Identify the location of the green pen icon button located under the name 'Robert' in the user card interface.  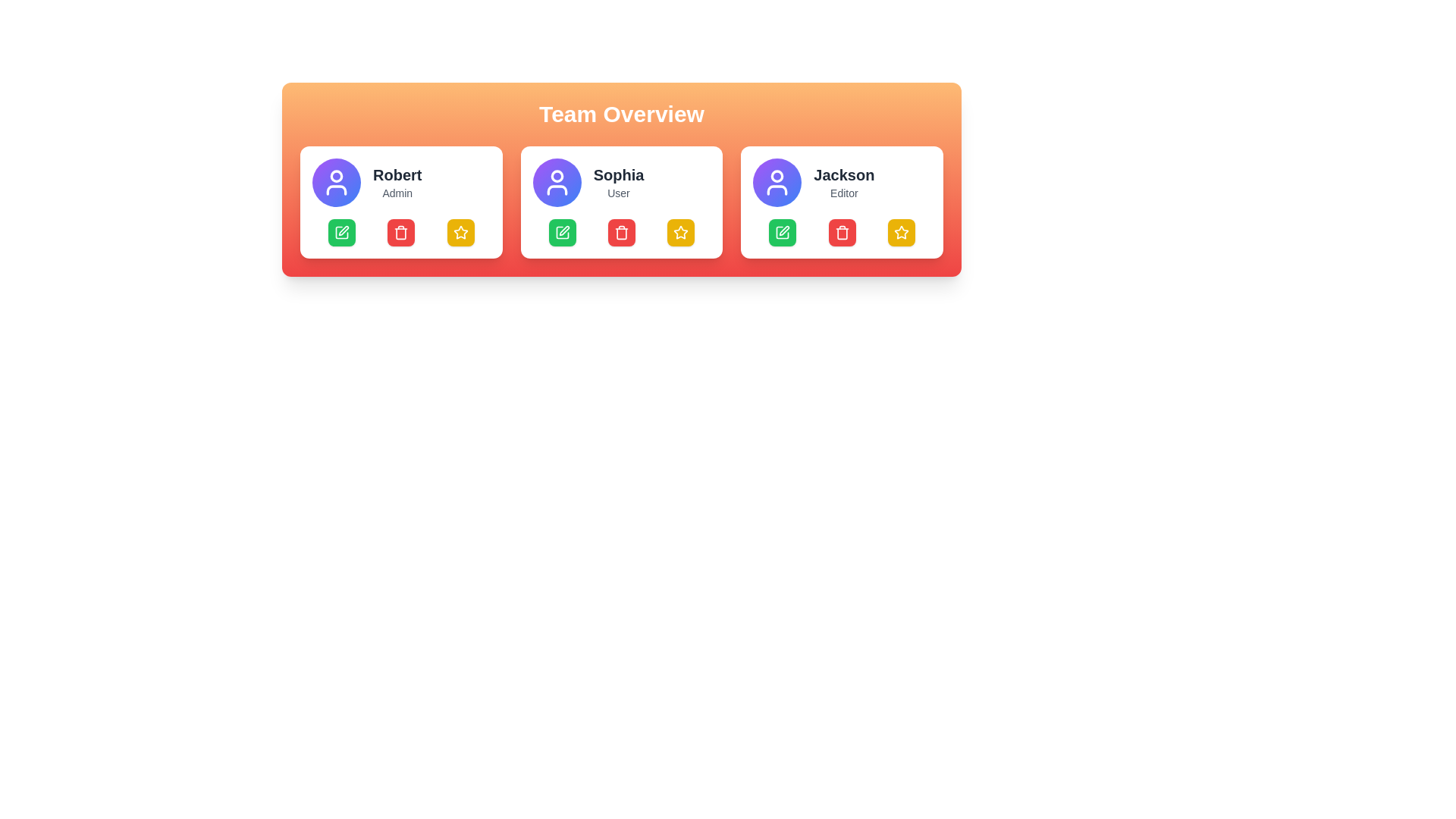
(341, 233).